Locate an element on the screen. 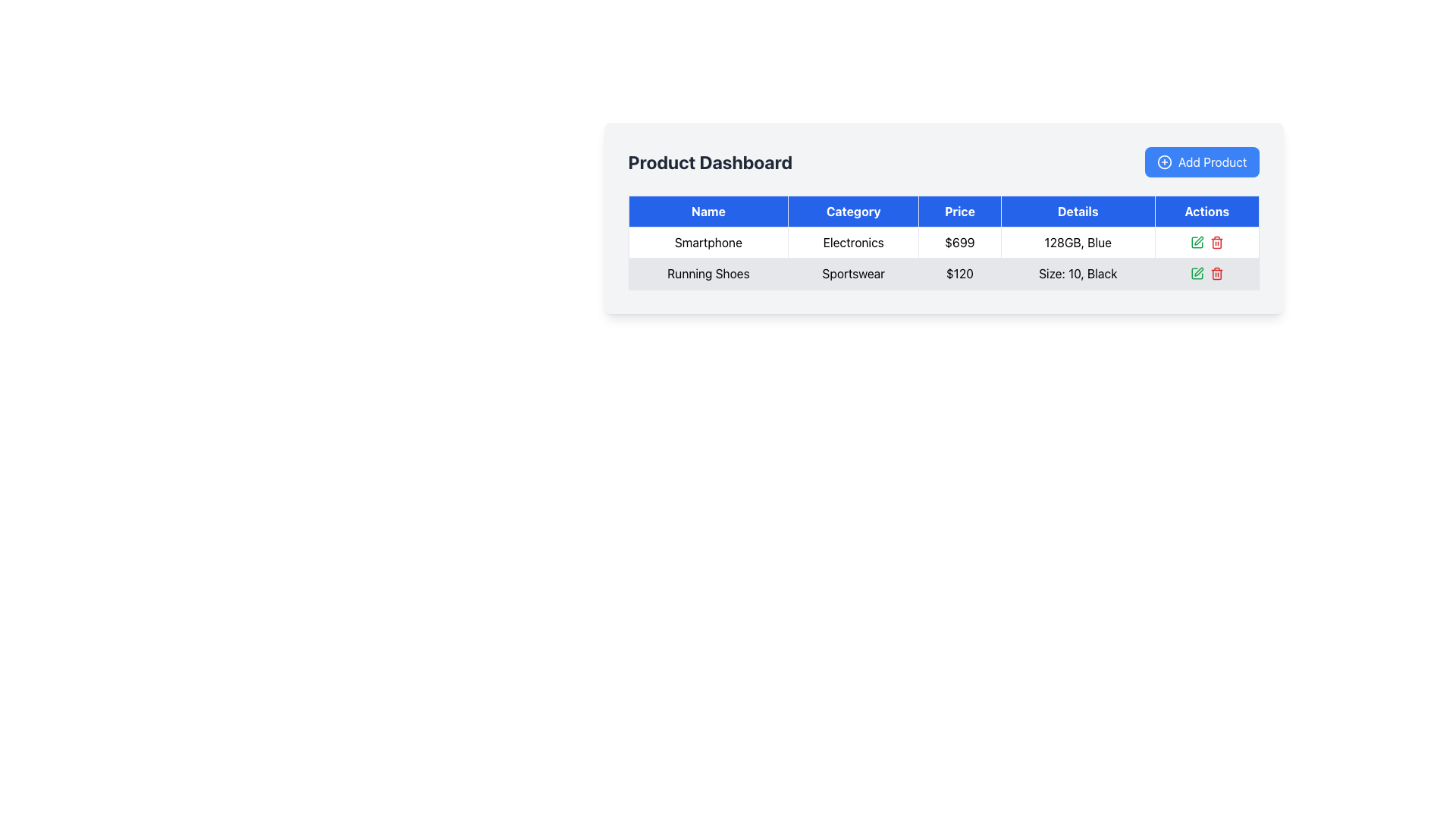 This screenshot has height=819, width=1456. the trash icon button located at the far right in the 'Actions' column is located at coordinates (1216, 274).